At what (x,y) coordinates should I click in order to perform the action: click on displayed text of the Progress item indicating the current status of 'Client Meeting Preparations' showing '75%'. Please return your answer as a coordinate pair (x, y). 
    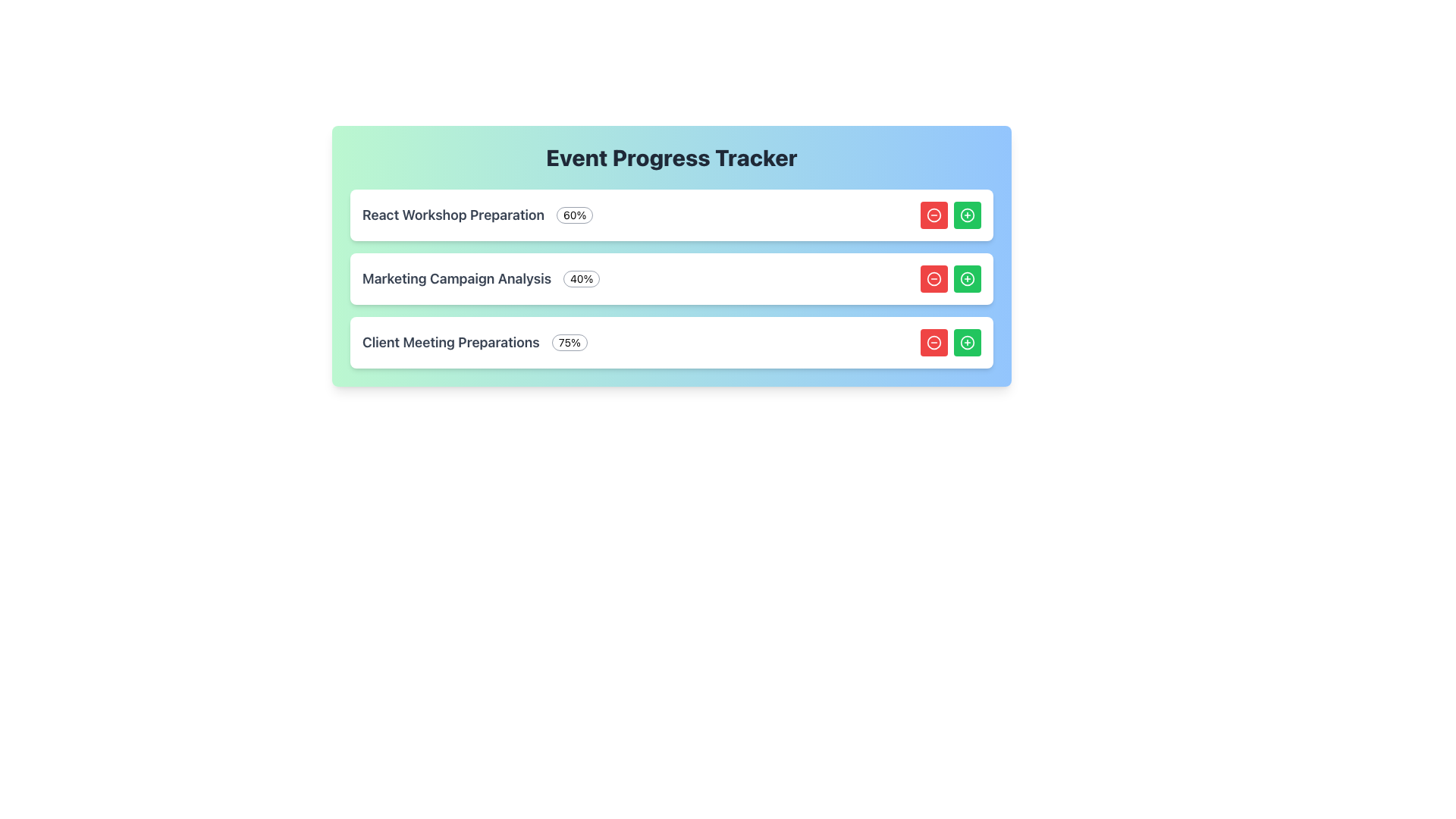
    Looking at the image, I should click on (474, 342).